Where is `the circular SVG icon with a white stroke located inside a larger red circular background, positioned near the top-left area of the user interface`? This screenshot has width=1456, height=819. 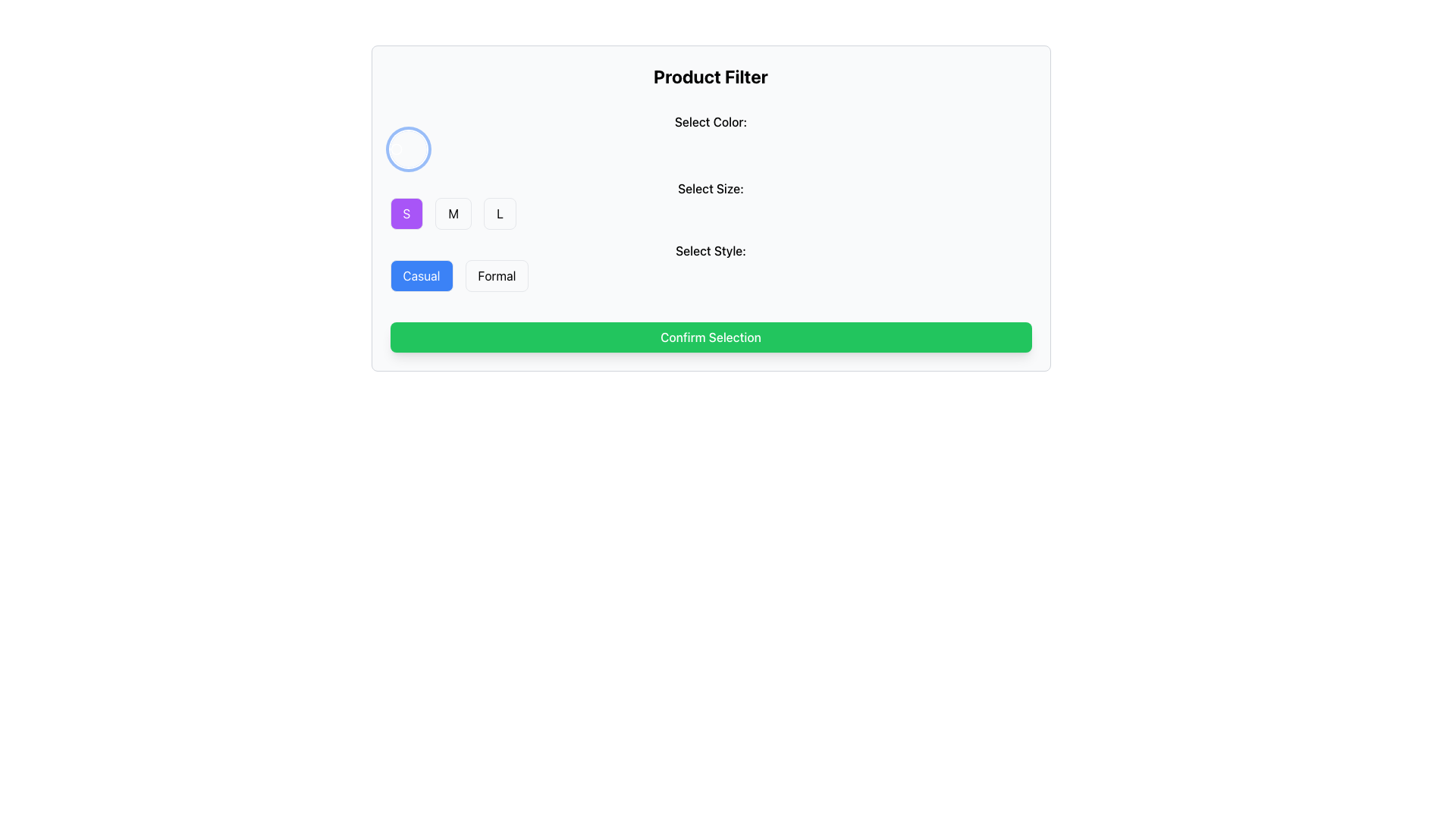 the circular SVG icon with a white stroke located inside a larger red circular background, positioned near the top-left area of the user interface is located at coordinates (396, 149).